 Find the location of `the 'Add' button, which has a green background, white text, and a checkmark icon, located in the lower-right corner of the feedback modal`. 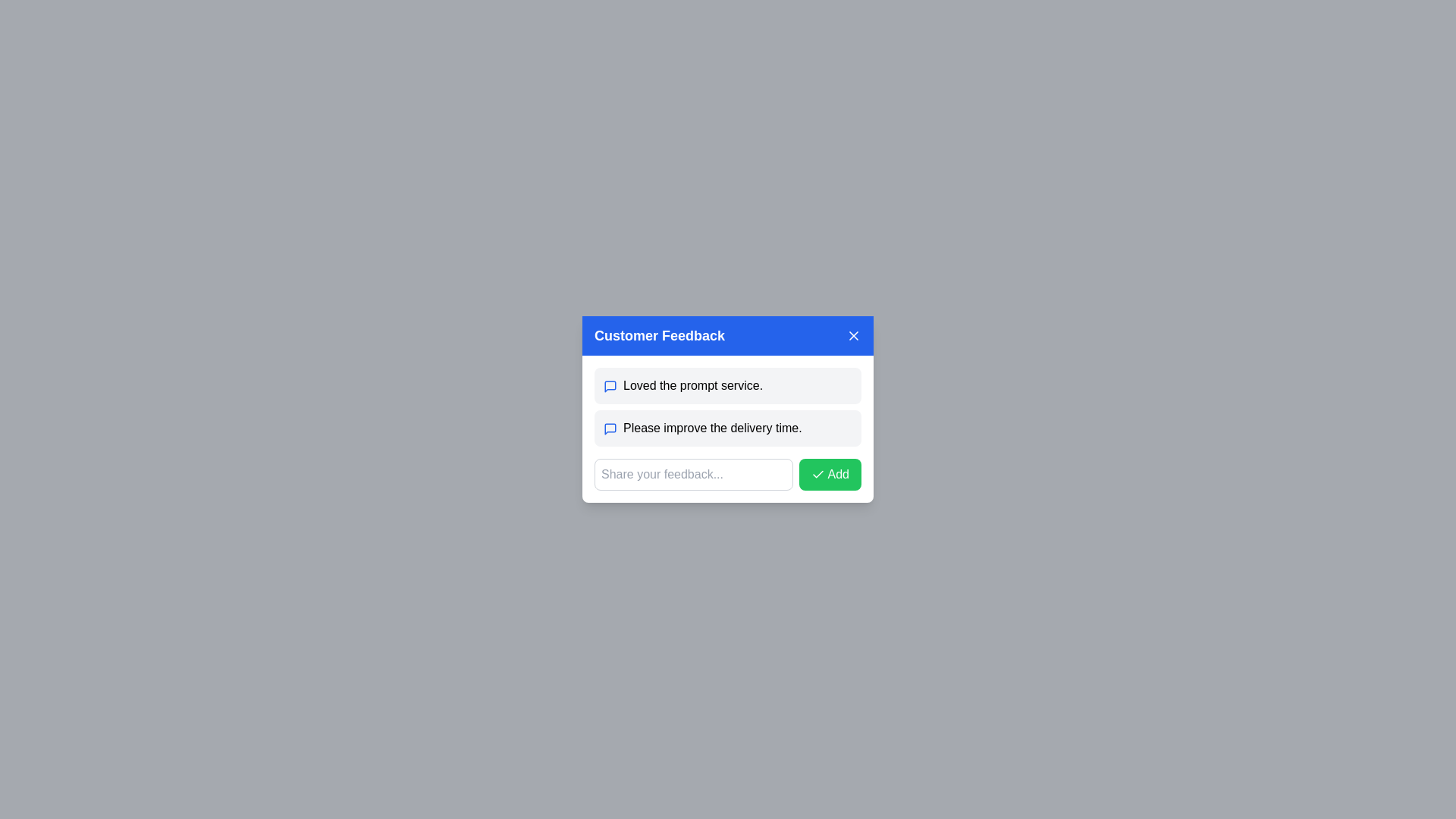

the 'Add' button, which has a green background, white text, and a checkmark icon, located in the lower-right corner of the feedback modal is located at coordinates (829, 473).